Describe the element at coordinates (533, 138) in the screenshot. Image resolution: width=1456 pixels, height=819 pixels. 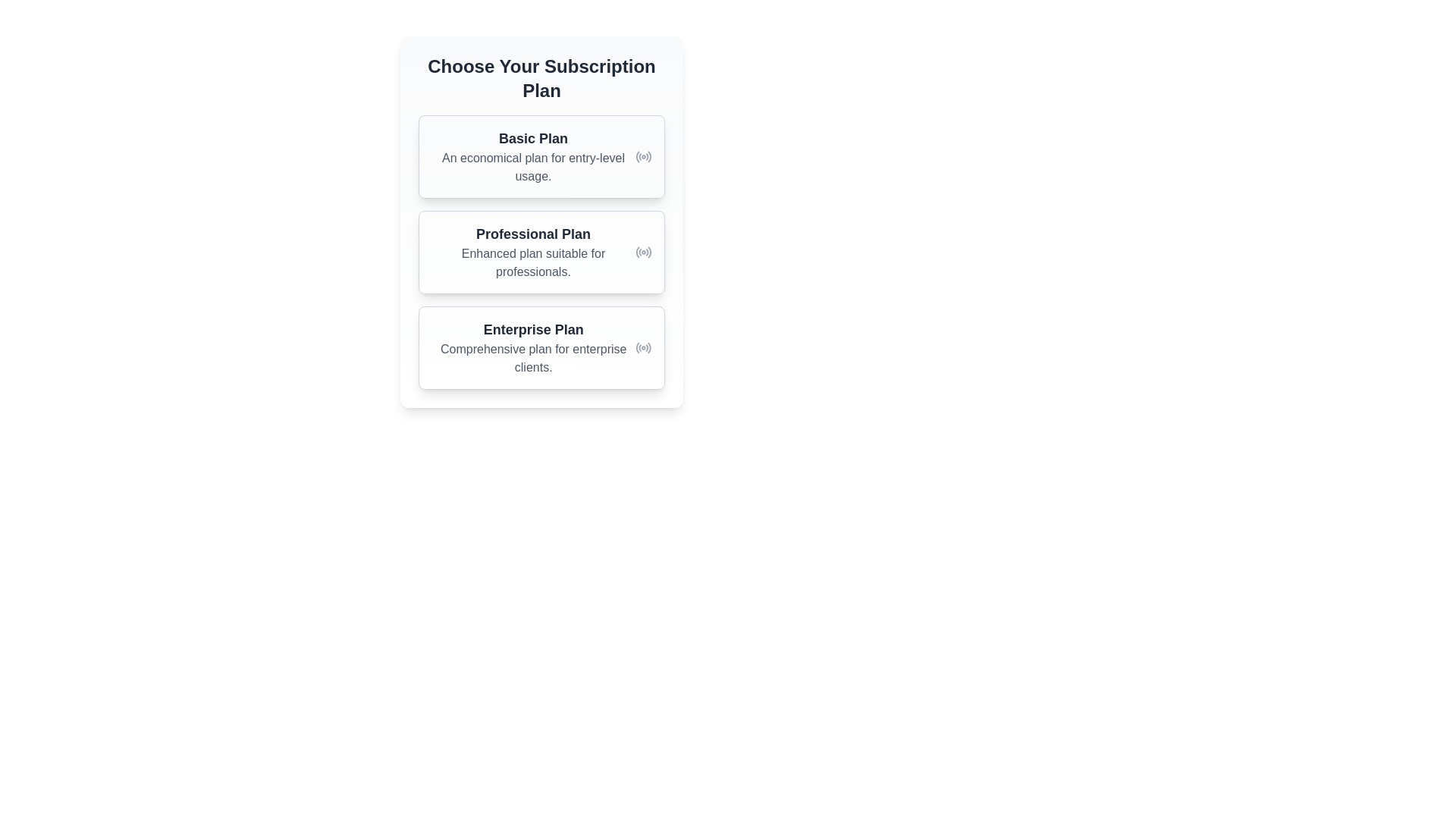
I see `the text element displaying 'Basic Plan', which is styled with a large bold font and positioned at the top of the subscription plans list` at that location.